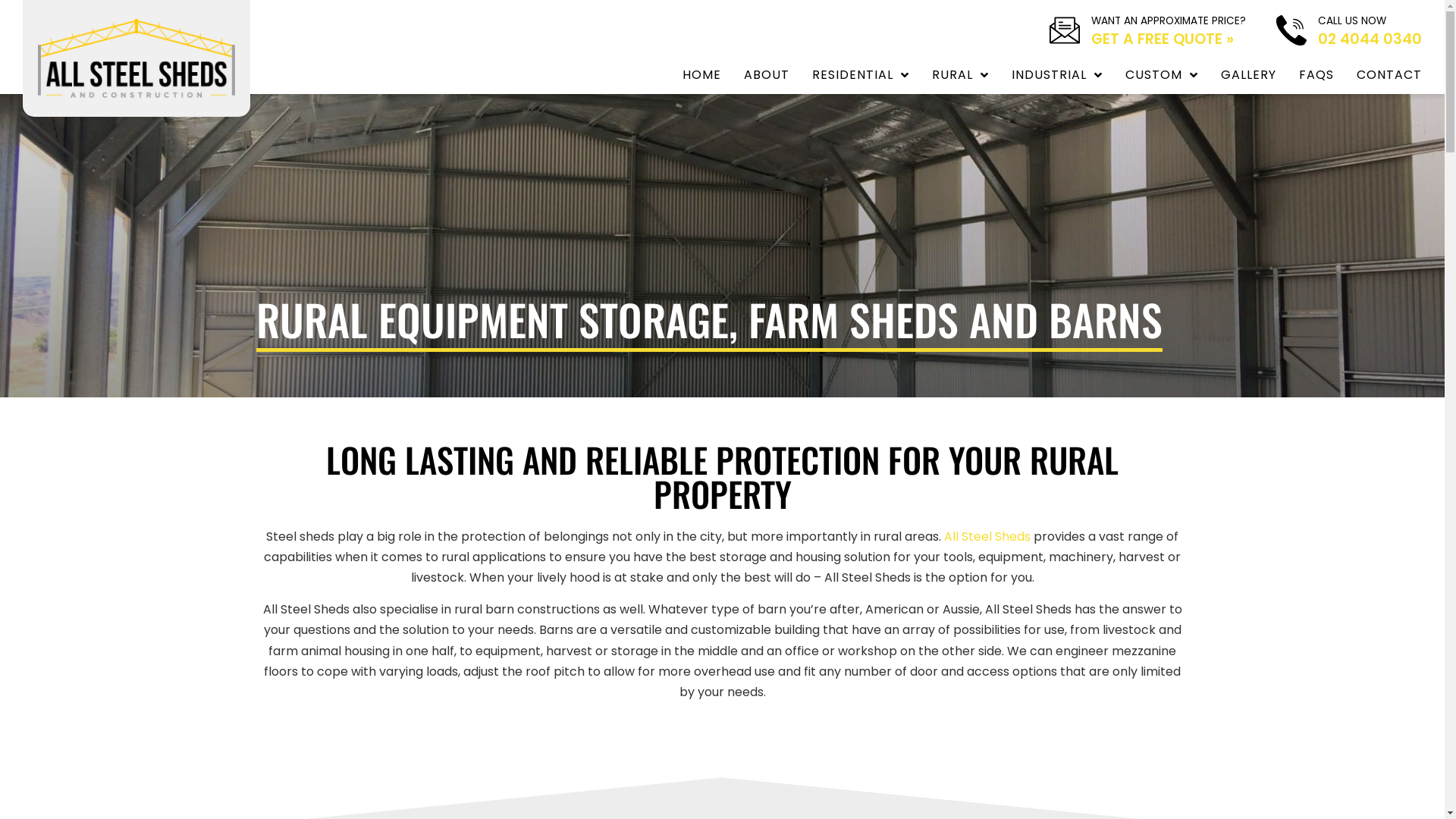 The image size is (1456, 819). Describe the element at coordinates (701, 75) in the screenshot. I see `'HOME'` at that location.